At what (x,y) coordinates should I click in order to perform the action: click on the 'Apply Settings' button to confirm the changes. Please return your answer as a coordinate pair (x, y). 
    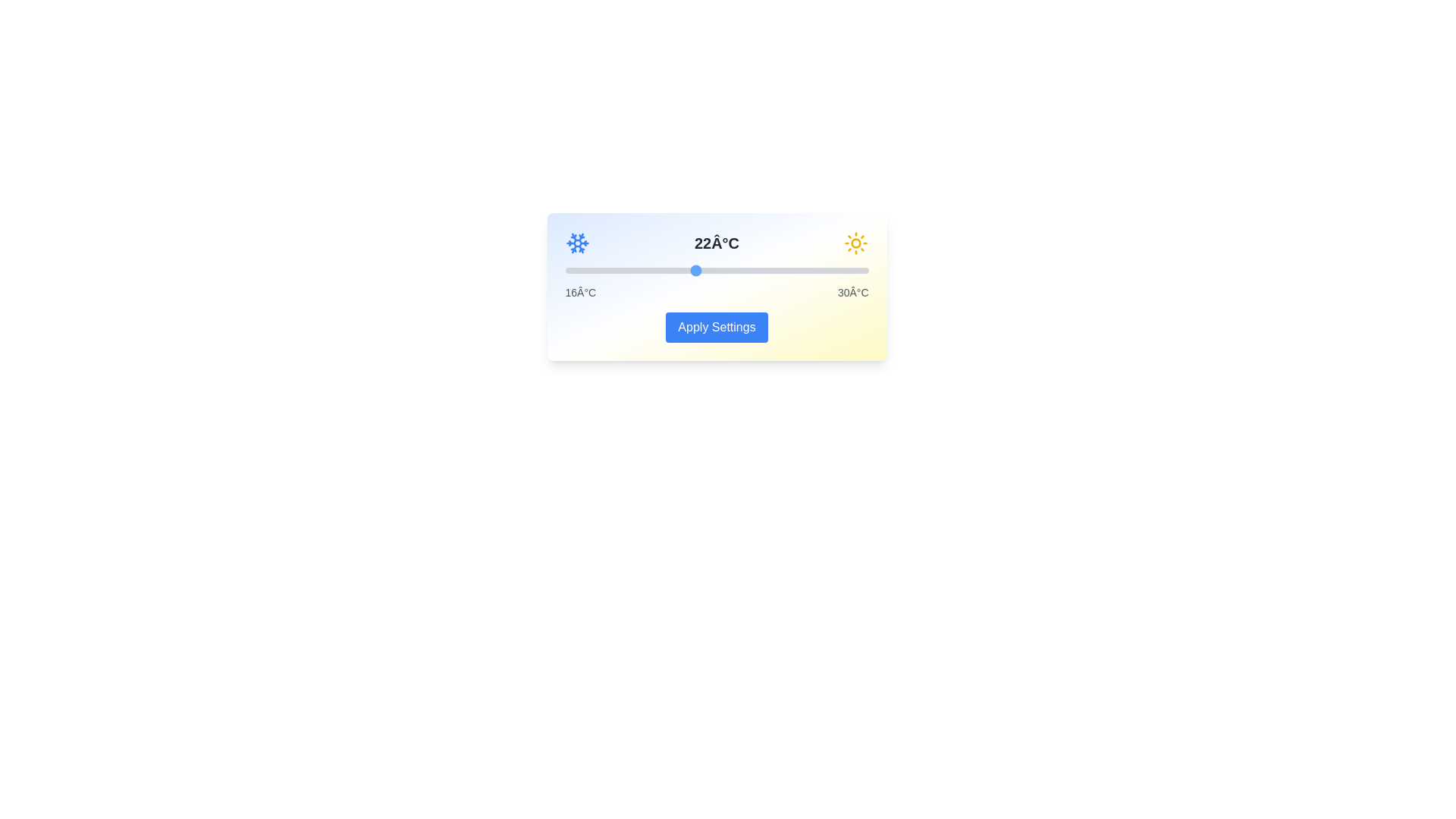
    Looking at the image, I should click on (716, 327).